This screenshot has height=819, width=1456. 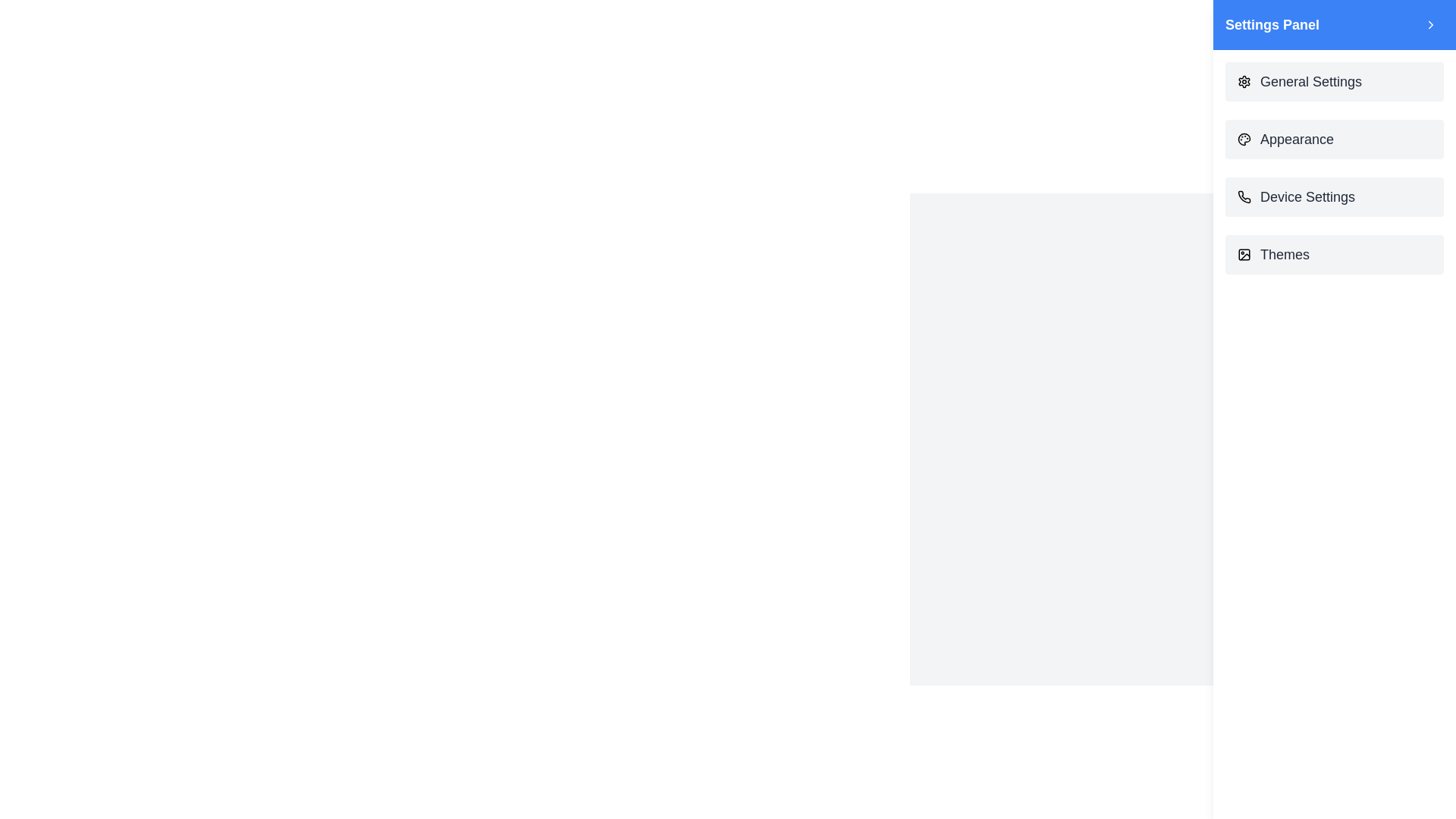 I want to click on the gear-shaped icon representing the settings in the top-right corner of the settings panel, adjacent to the 'General Settings' text, so click(x=1244, y=82).